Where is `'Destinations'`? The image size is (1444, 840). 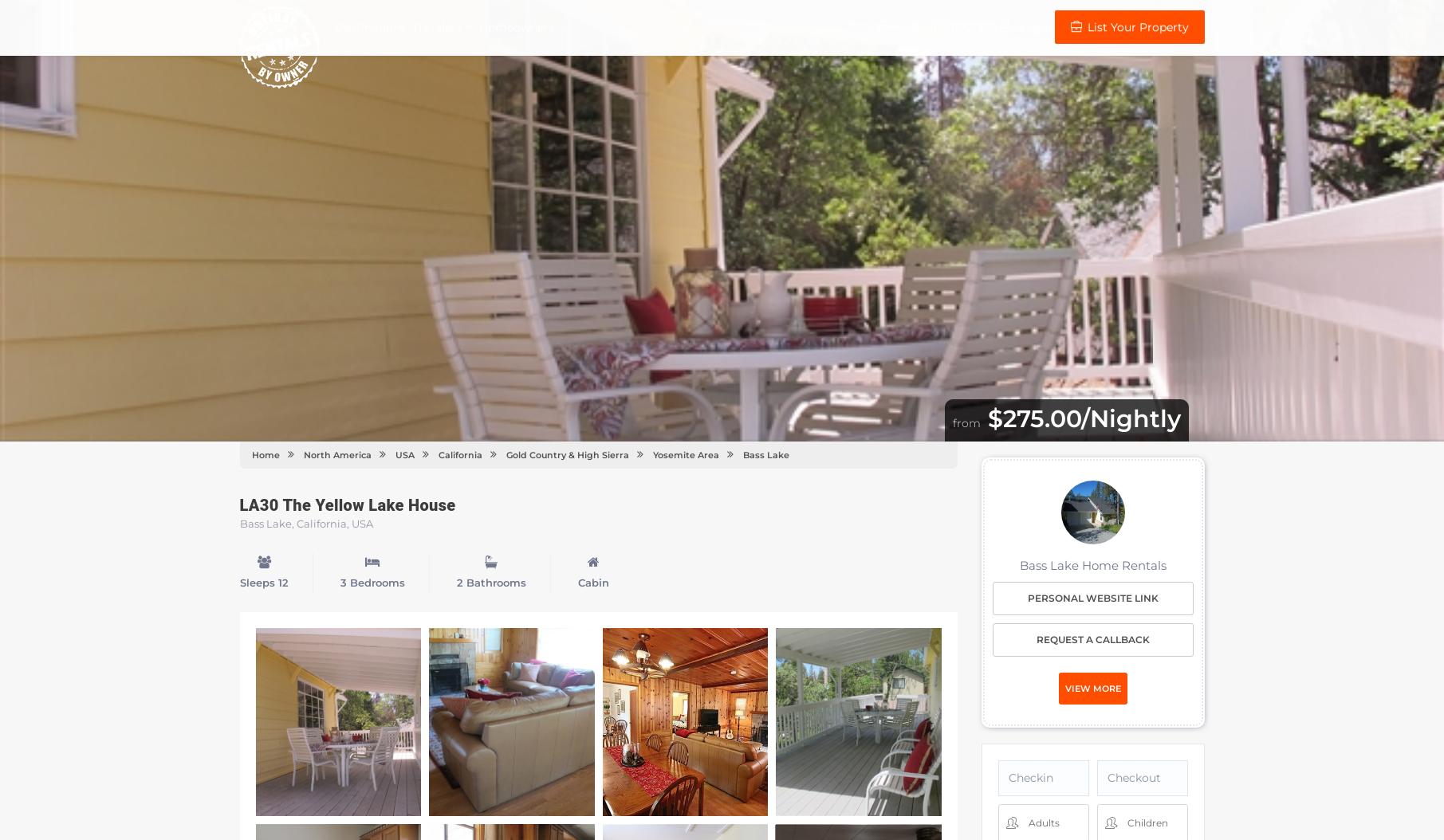 'Destinations' is located at coordinates (334, 27).